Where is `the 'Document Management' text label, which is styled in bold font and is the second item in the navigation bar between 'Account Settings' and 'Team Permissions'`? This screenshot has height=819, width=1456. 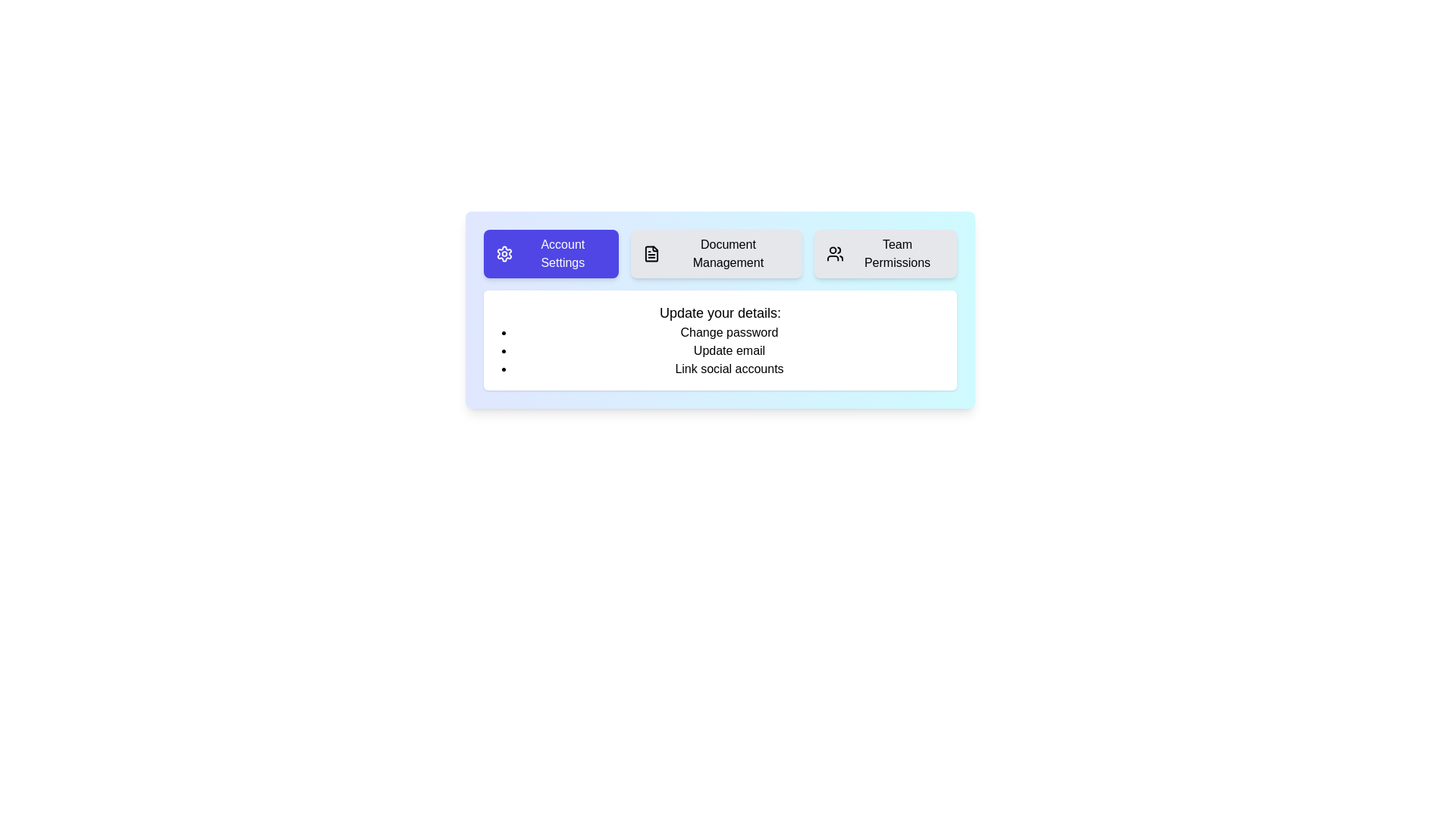
the 'Document Management' text label, which is styled in bold font and is the second item in the navigation bar between 'Account Settings' and 'Team Permissions' is located at coordinates (728, 253).